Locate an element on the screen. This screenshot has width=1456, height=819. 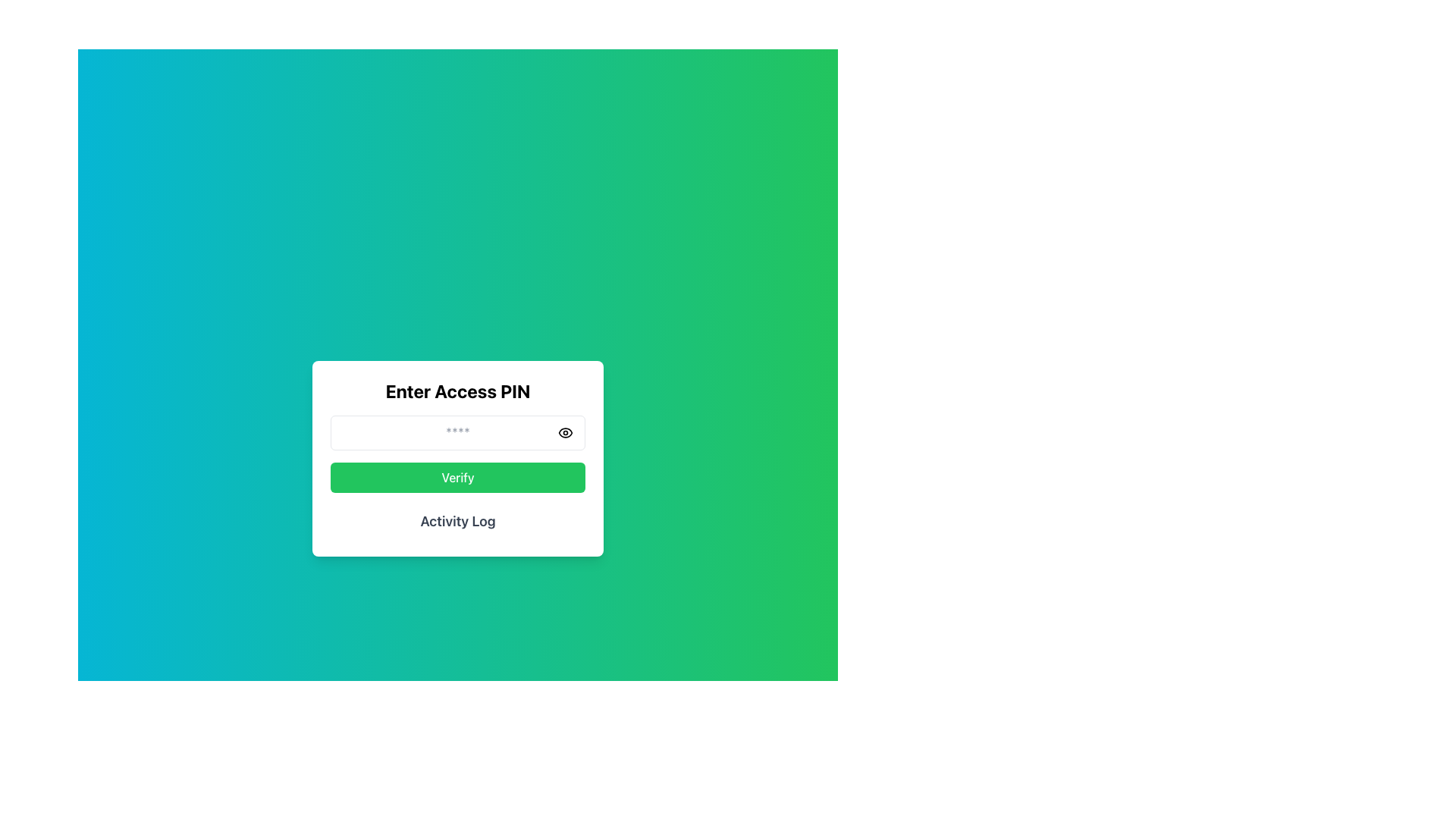
the text label displaying 'Enter Access PIN', which is bold and centered at the top of the card component is located at coordinates (457, 391).